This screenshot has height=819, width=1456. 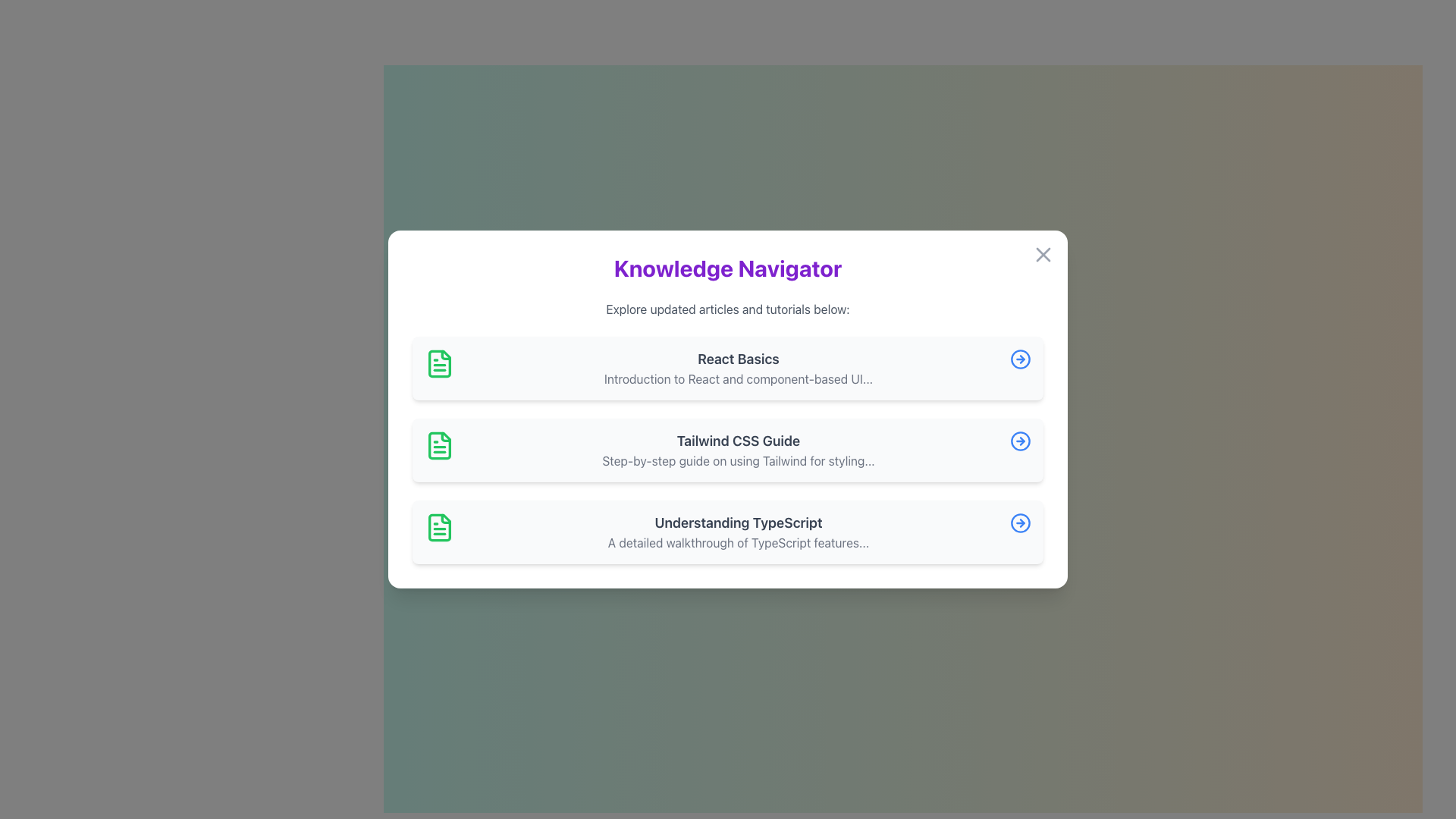 I want to click on the Pop-up Modal titled 'Knowledge Navigator', which features a white background, rounded corners, and includes sections with icons and titles, so click(x=728, y=409).